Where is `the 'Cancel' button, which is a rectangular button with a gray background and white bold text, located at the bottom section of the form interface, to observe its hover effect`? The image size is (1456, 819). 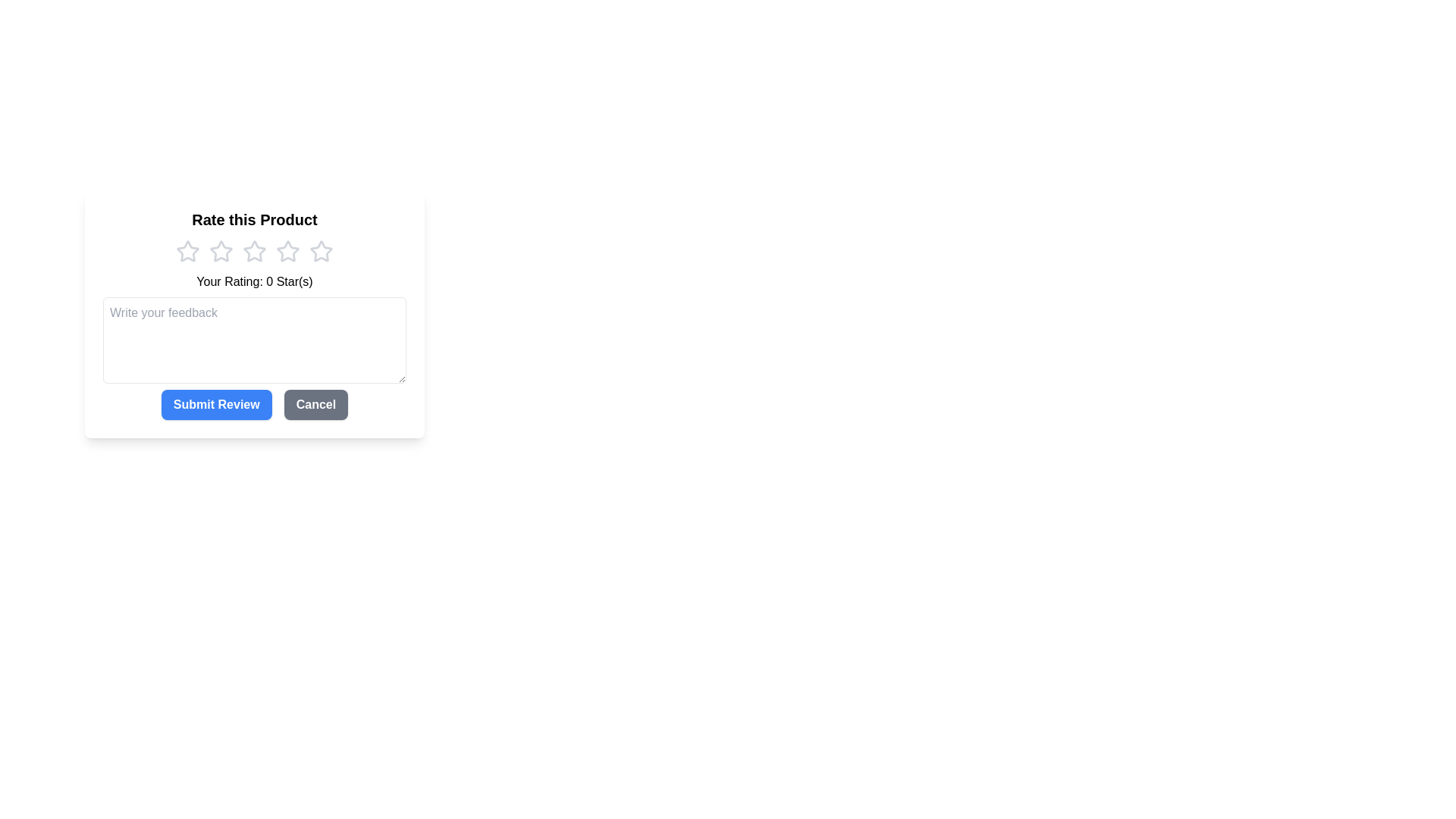 the 'Cancel' button, which is a rectangular button with a gray background and white bold text, located at the bottom section of the form interface, to observe its hover effect is located at coordinates (315, 403).